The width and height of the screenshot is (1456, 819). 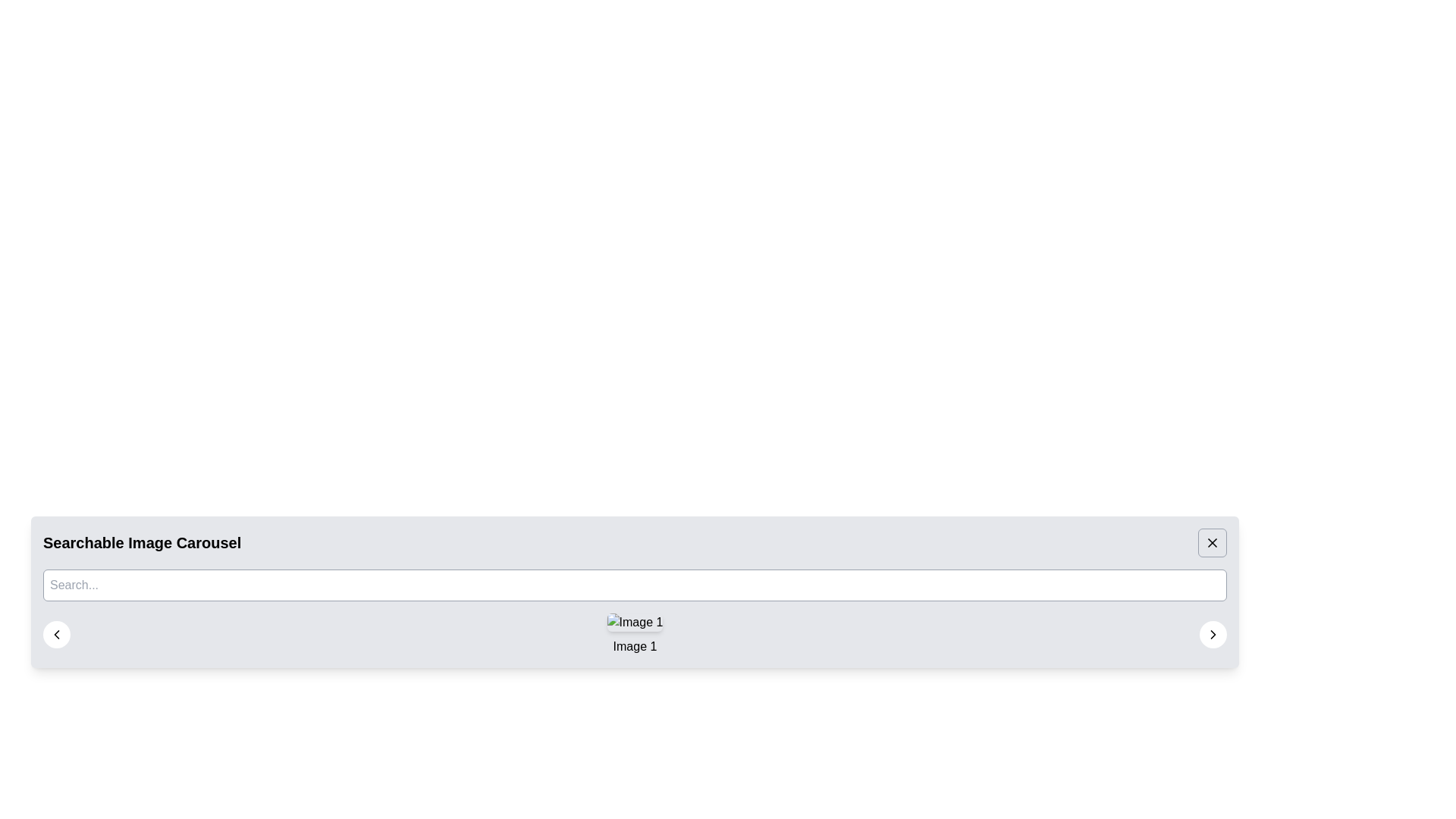 I want to click on the thumbnail image with alt text 'Image 1', which is located above the text label 'Image 1' in the carousel section, so click(x=635, y=623).